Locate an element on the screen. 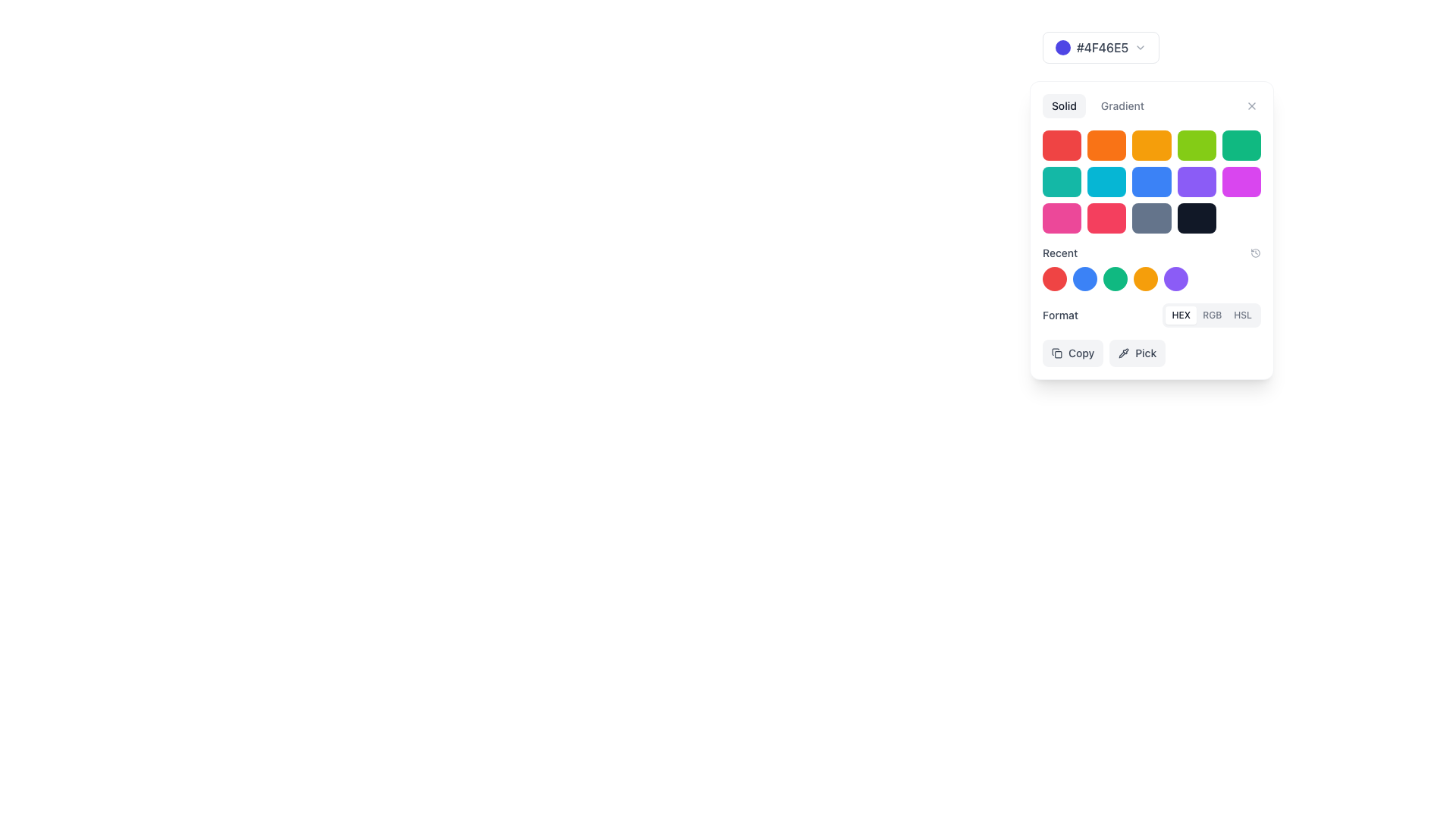  the first button in the top-left corner of the grid layout, which has a solid red background color and a slightly rounded border is located at coordinates (1061, 146).